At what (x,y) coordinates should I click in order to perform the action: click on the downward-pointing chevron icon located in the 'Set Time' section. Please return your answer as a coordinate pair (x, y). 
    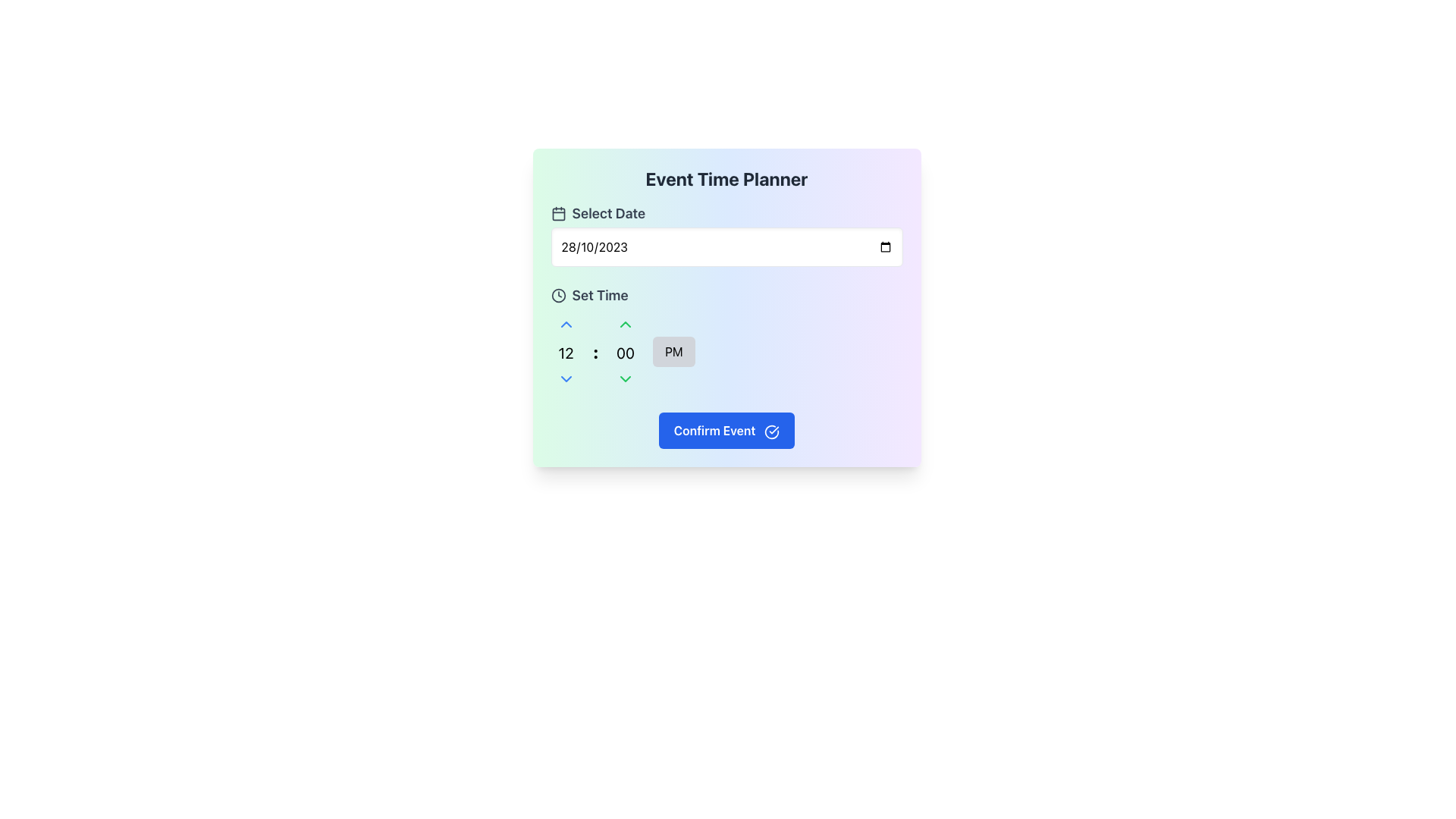
    Looking at the image, I should click on (565, 378).